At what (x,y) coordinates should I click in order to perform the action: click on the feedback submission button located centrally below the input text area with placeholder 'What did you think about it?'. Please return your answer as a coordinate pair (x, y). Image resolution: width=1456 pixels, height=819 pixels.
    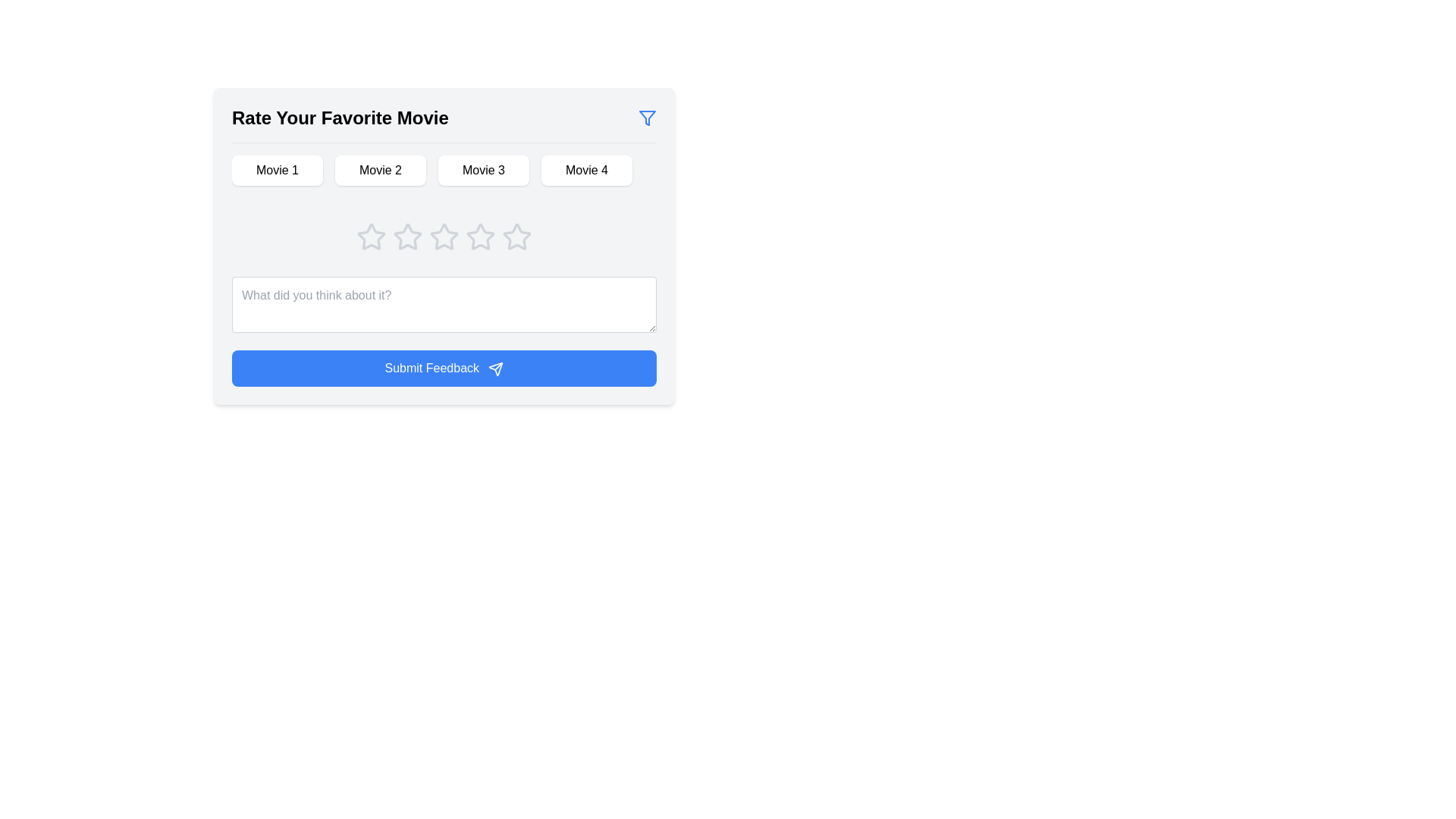
    Looking at the image, I should click on (443, 369).